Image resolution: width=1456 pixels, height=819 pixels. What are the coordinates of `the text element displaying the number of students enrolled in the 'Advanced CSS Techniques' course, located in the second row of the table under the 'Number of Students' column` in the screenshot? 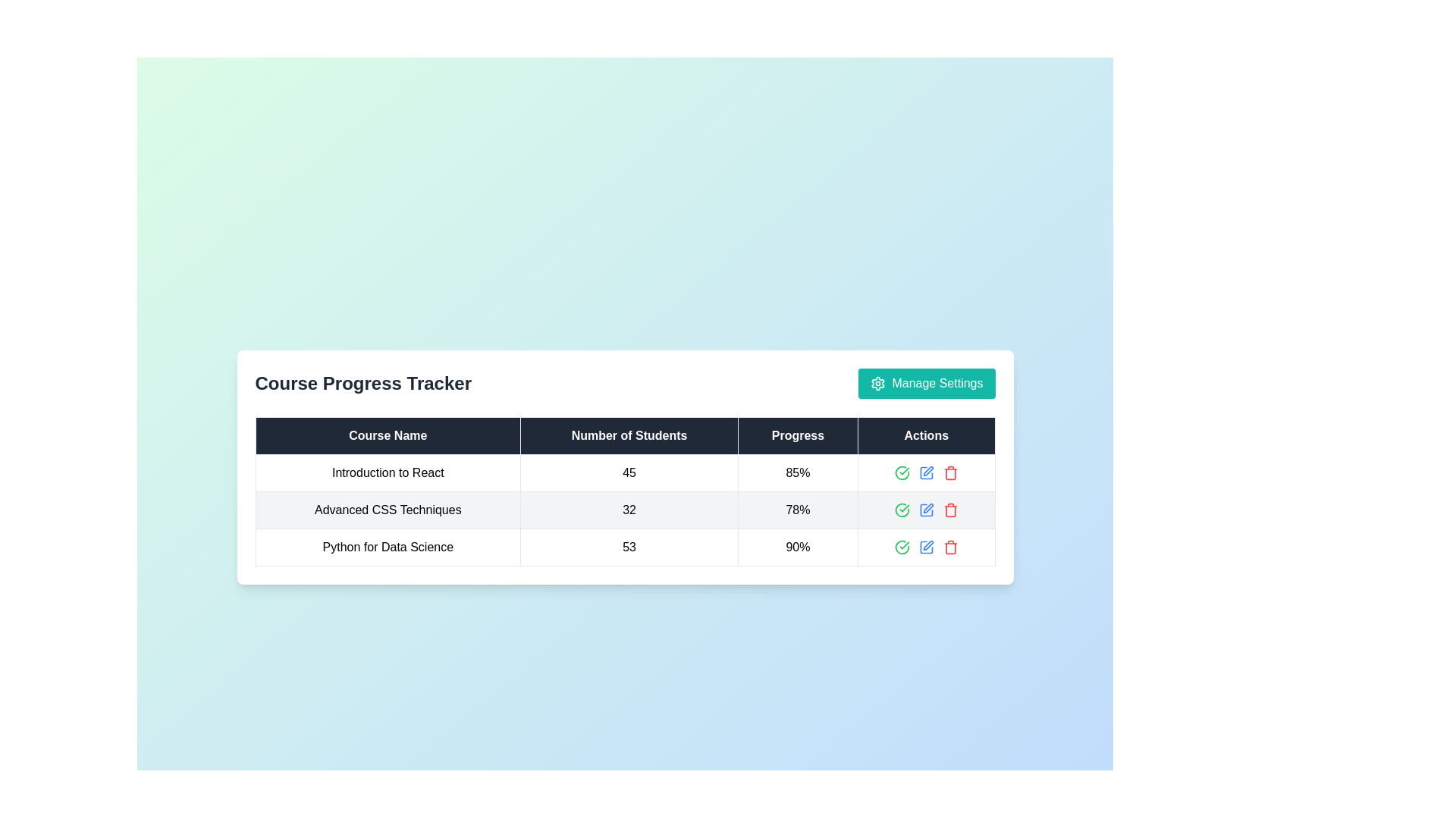 It's located at (629, 510).